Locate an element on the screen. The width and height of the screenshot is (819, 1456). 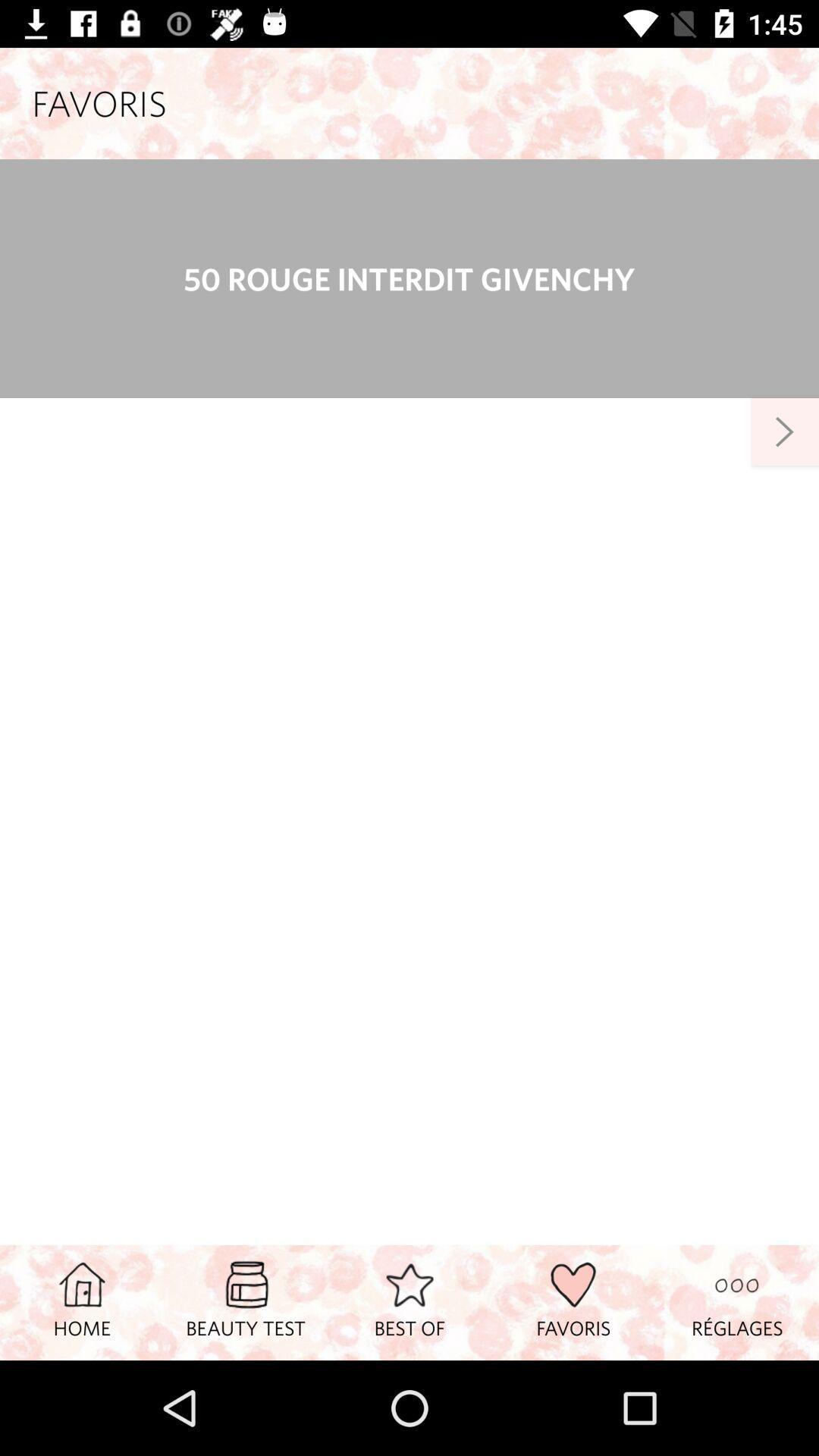
item next to the beauty test is located at coordinates (409, 1301).